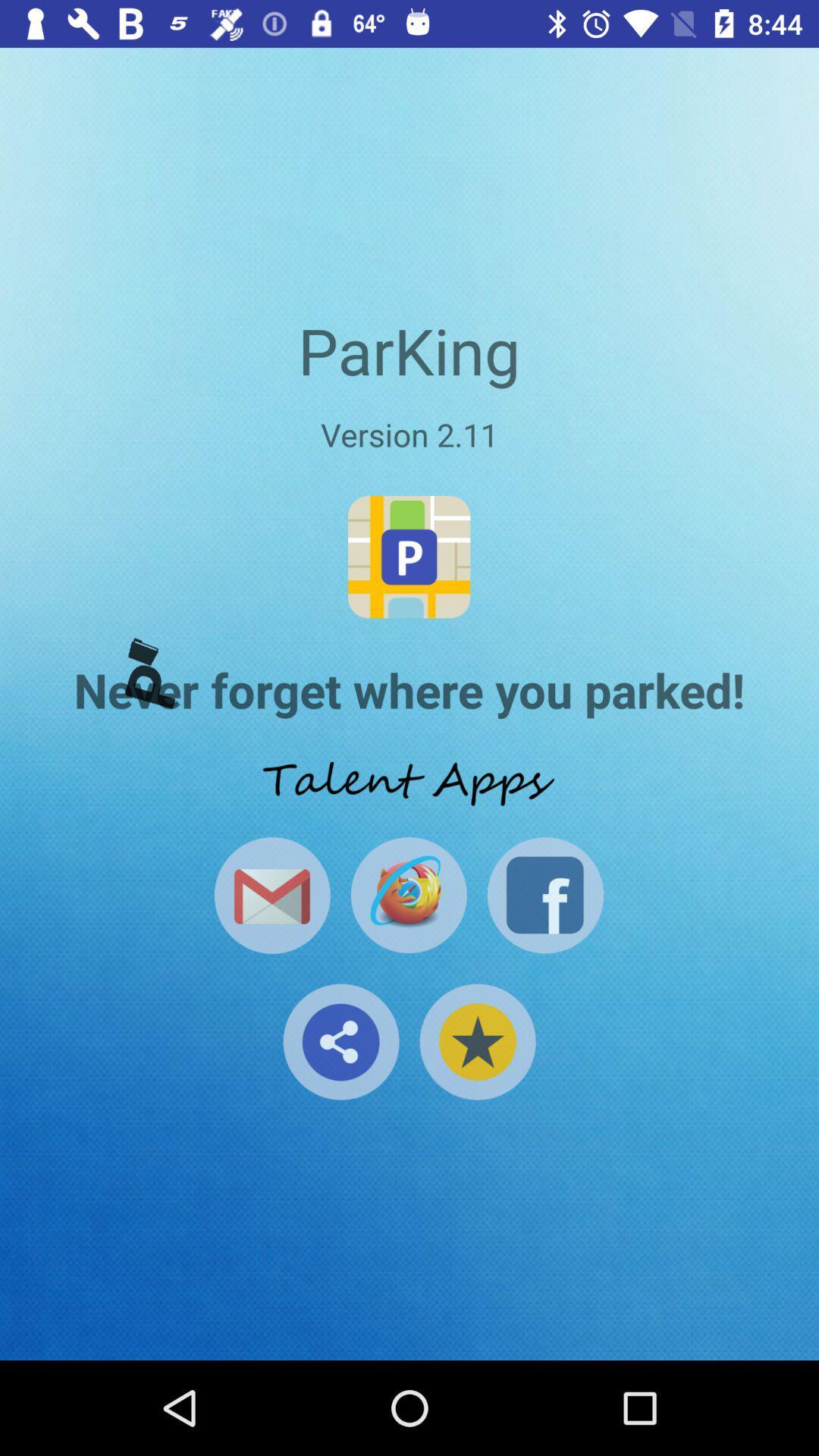 The height and width of the screenshot is (1456, 819). Describe the element at coordinates (476, 1040) in the screenshot. I see `the star icon` at that location.